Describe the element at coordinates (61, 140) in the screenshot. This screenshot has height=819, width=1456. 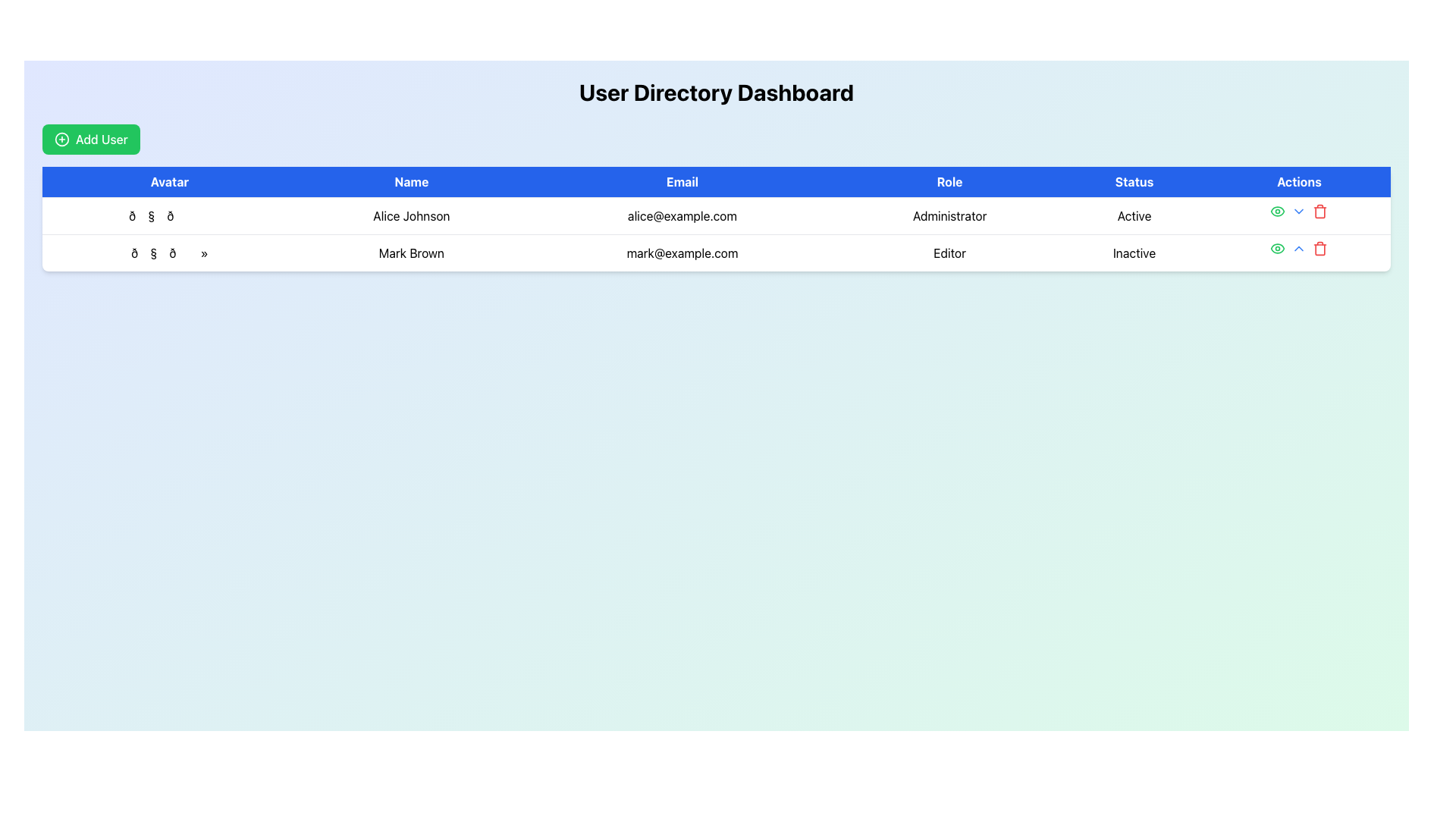
I see `the circular boundary of the icon representing adding or creating an item, which is part of the green 'Add User' button located at the top left of the page` at that location.